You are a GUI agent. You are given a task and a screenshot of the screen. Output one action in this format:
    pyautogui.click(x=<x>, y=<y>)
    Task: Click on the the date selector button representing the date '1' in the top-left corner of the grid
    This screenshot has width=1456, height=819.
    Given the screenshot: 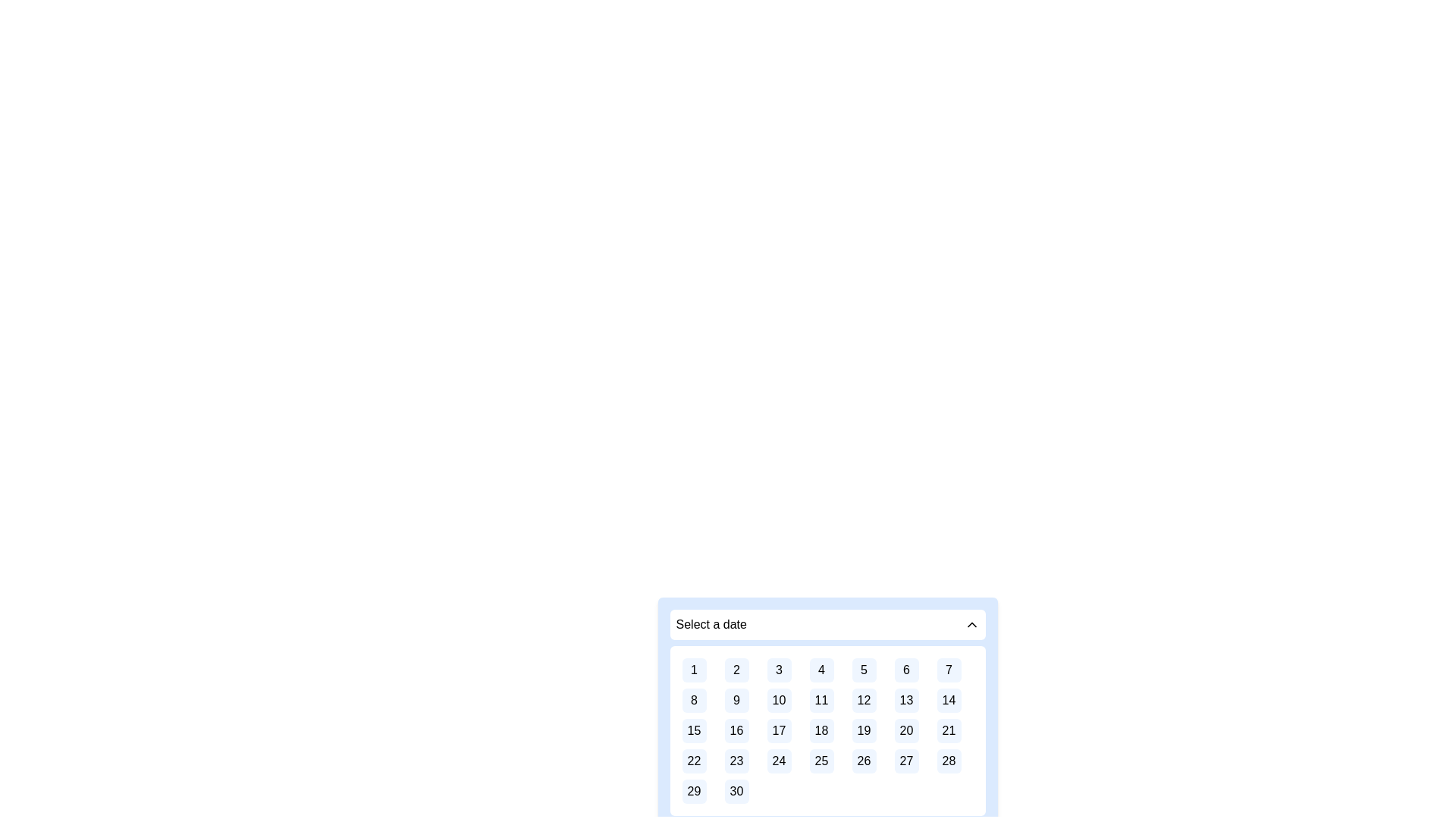 What is the action you would take?
    pyautogui.click(x=693, y=669)
    